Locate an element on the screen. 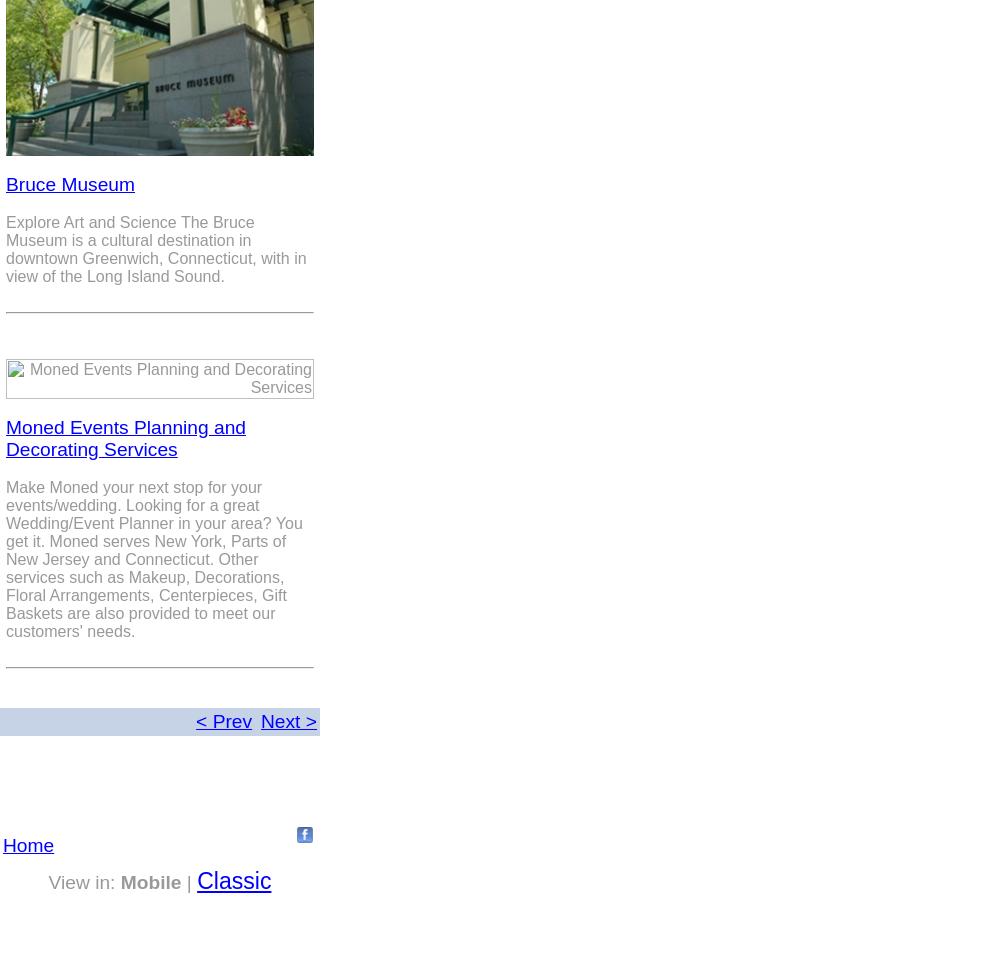  'Next >' is located at coordinates (261, 721).